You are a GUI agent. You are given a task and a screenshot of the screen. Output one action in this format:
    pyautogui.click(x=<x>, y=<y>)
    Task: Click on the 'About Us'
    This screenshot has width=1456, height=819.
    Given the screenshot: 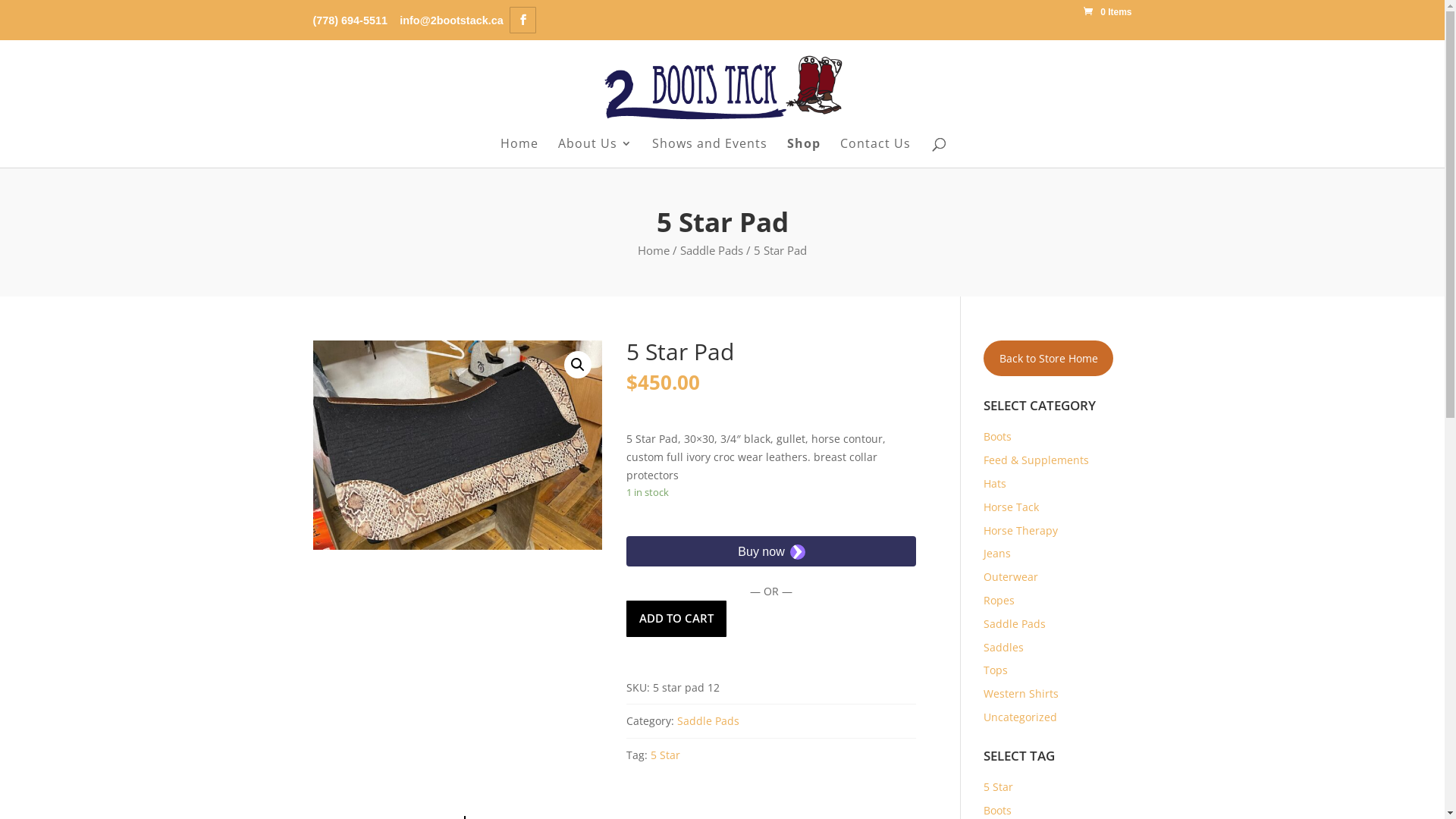 What is the action you would take?
    pyautogui.click(x=557, y=152)
    